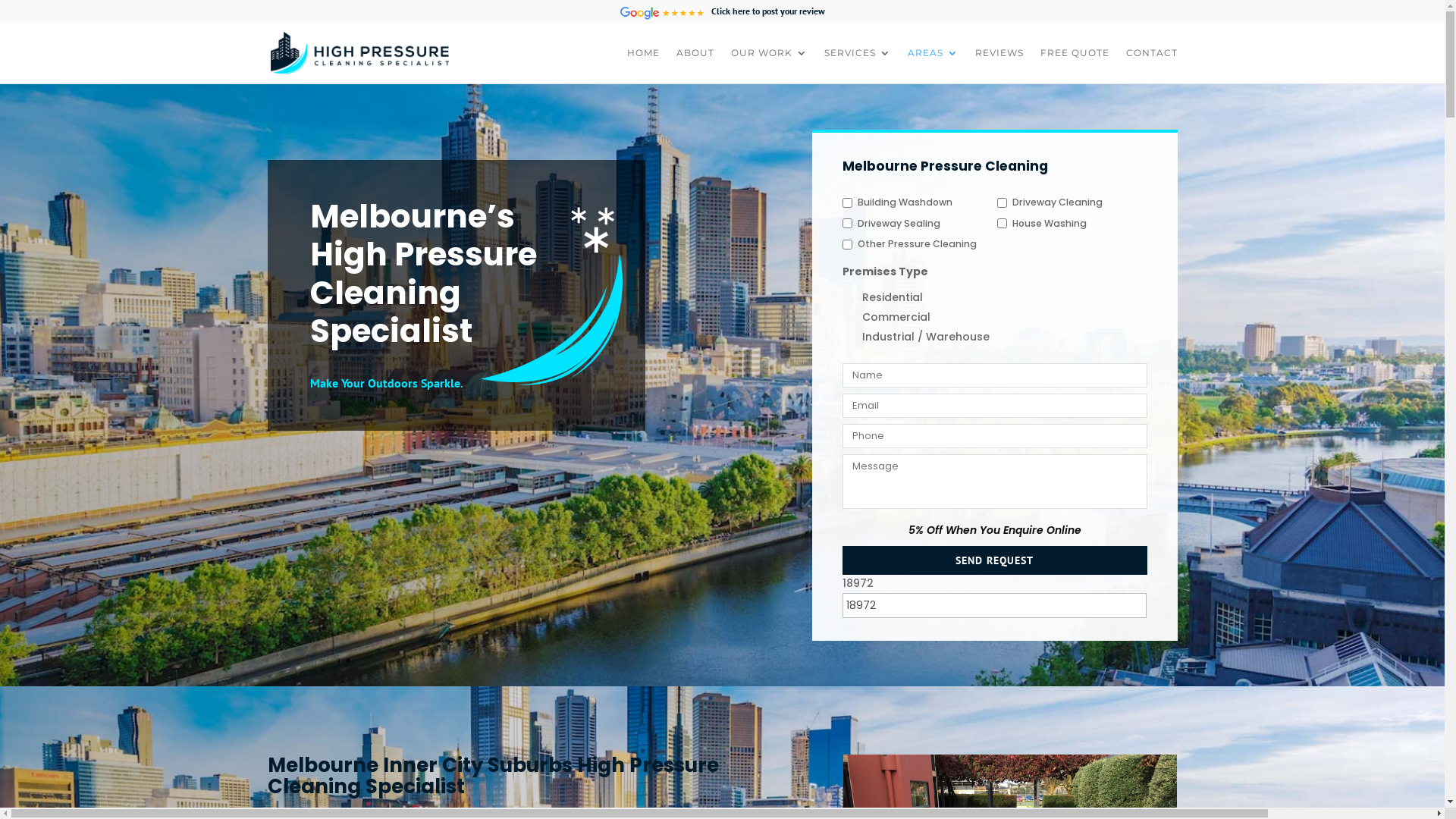  Describe the element at coordinates (1040, 64) in the screenshot. I see `'FREE QUOTE'` at that location.